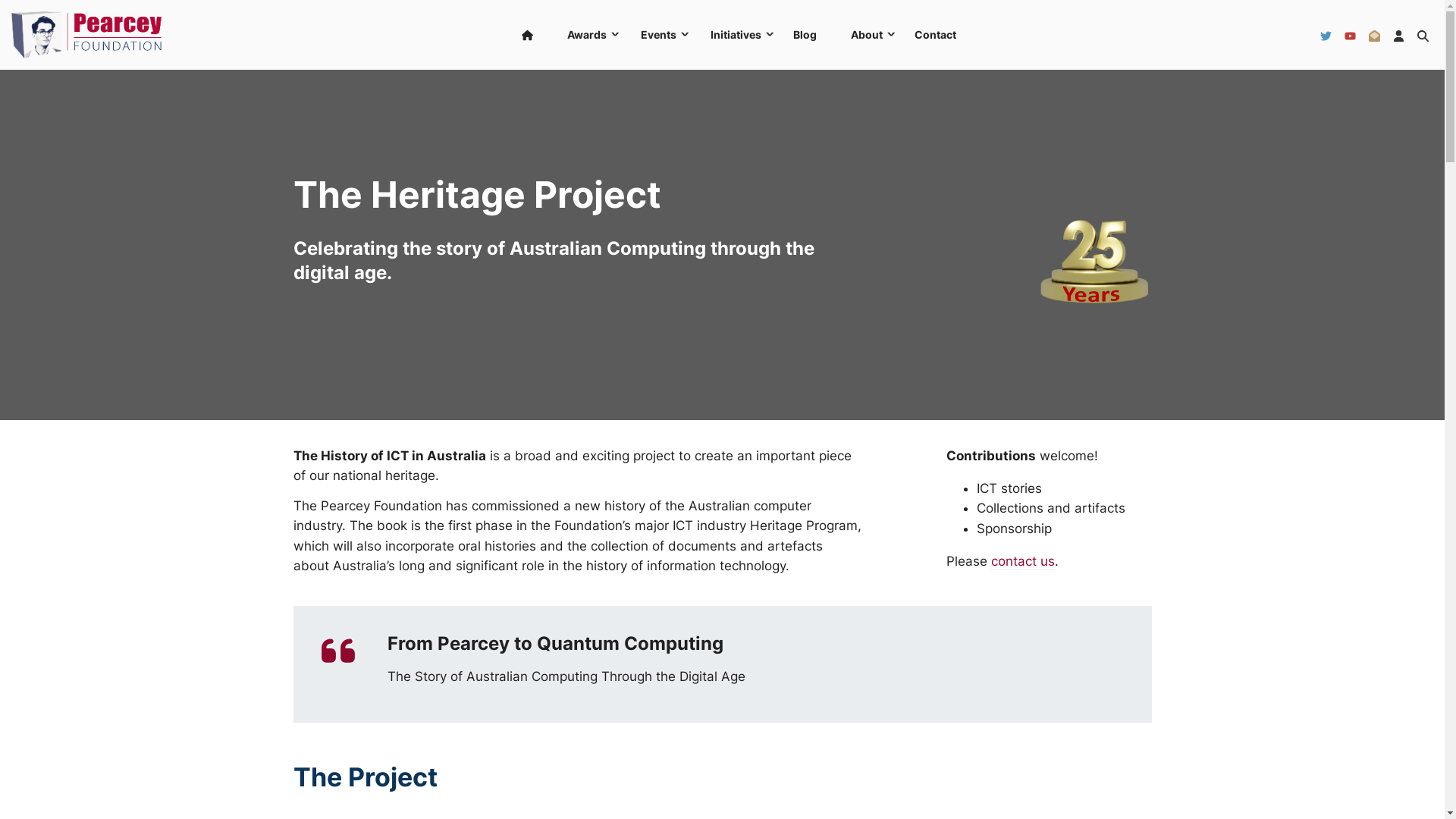  Describe the element at coordinates (832, 34) in the screenshot. I see `'About'` at that location.